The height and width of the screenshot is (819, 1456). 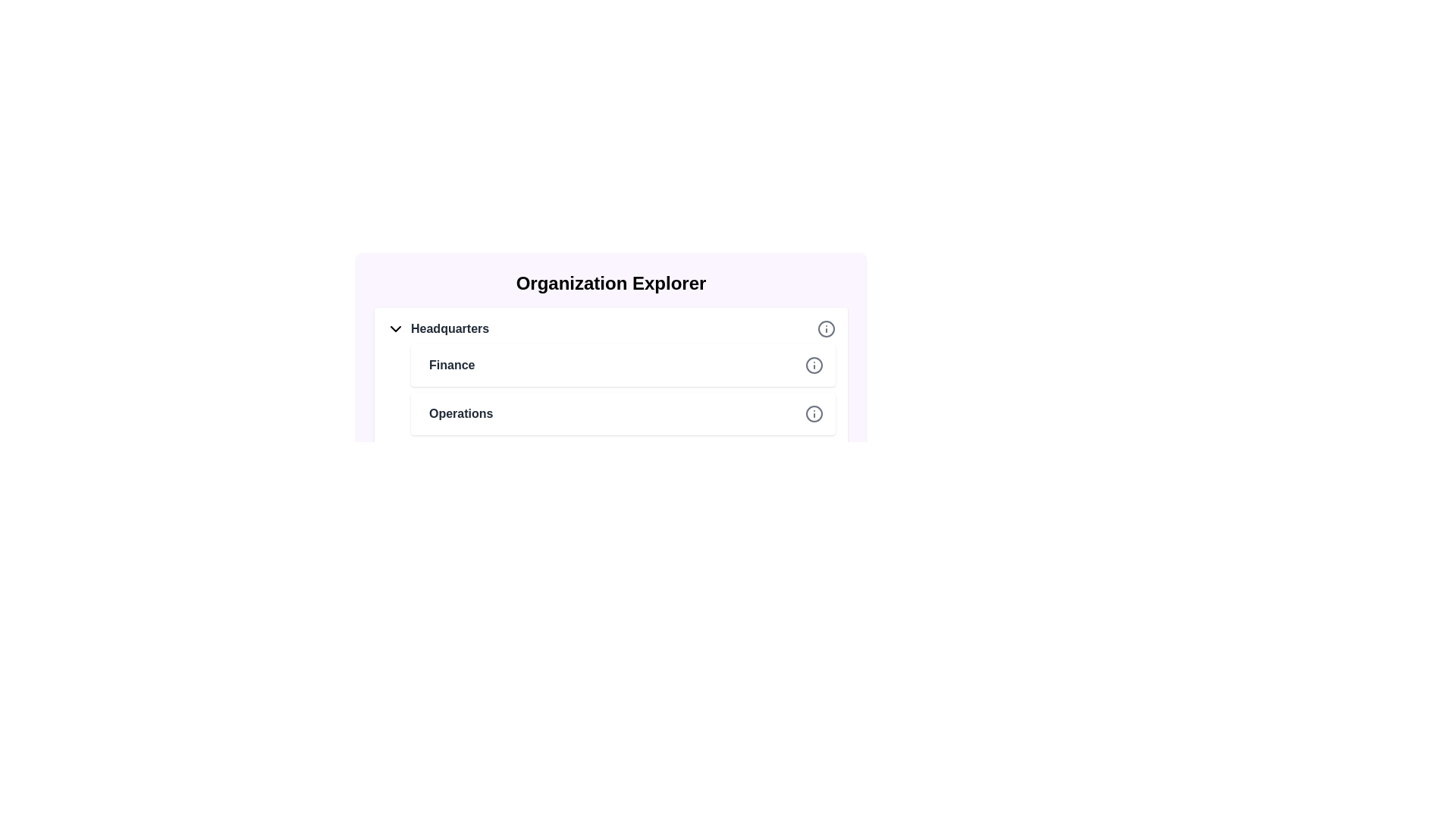 I want to click on the bold, dark gray text label 'Operations' located below 'Finance' in the vertical list under the header 'Headquarters', so click(x=460, y=414).